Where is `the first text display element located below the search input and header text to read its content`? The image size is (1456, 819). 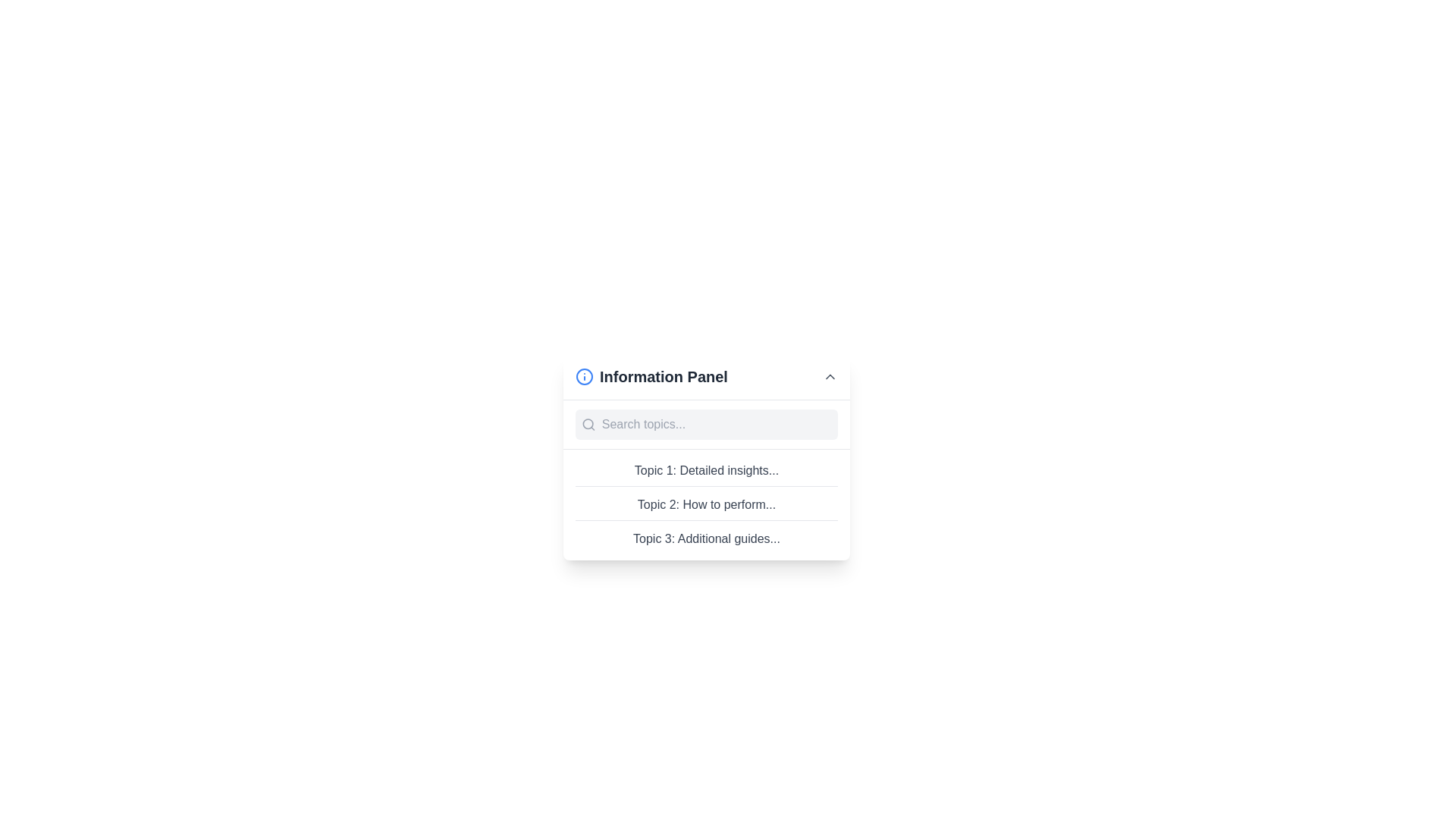
the first text display element located below the search input and header text to read its content is located at coordinates (705, 472).